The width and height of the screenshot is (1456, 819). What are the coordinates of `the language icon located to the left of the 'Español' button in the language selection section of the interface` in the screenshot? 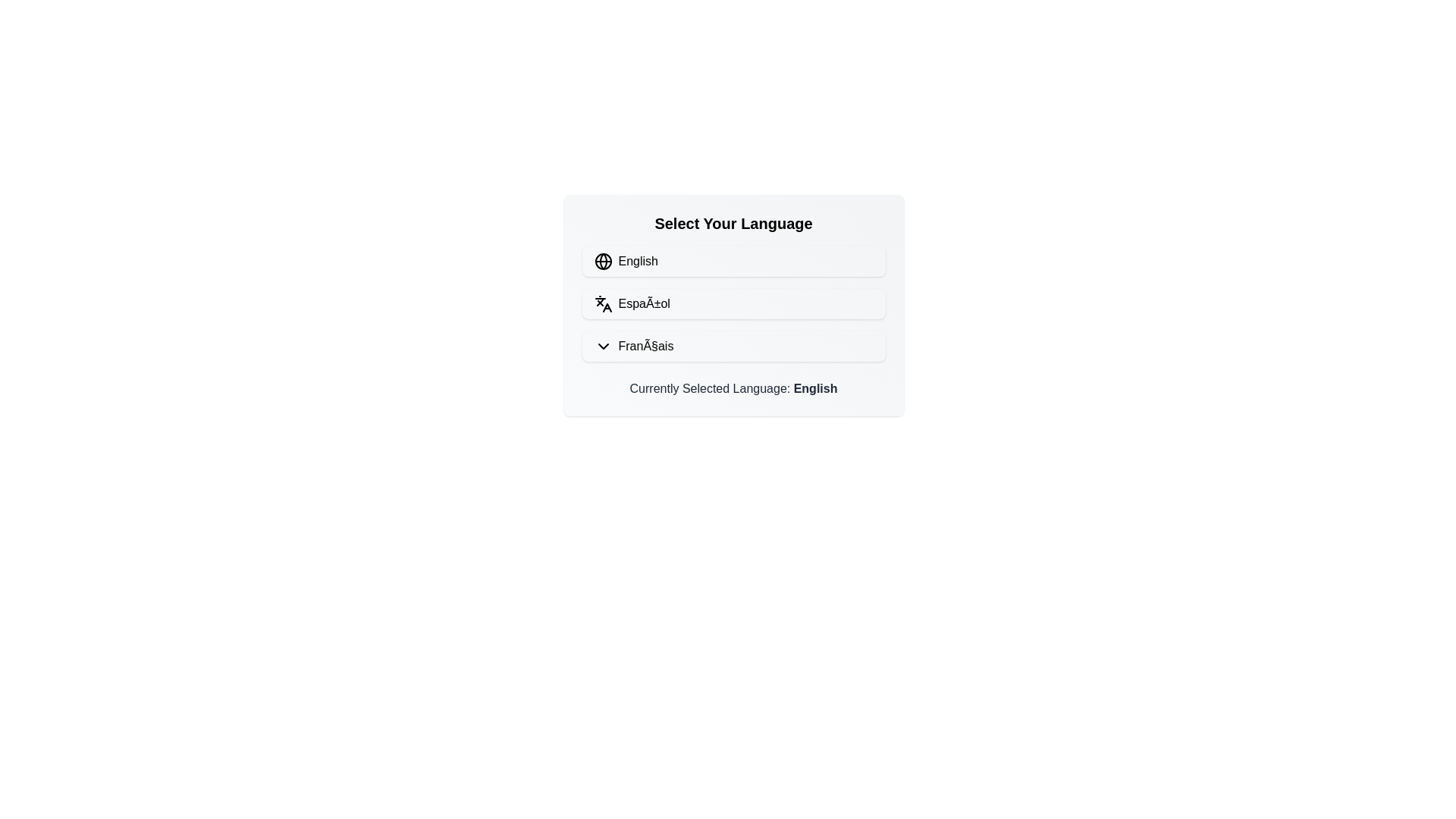 It's located at (602, 304).